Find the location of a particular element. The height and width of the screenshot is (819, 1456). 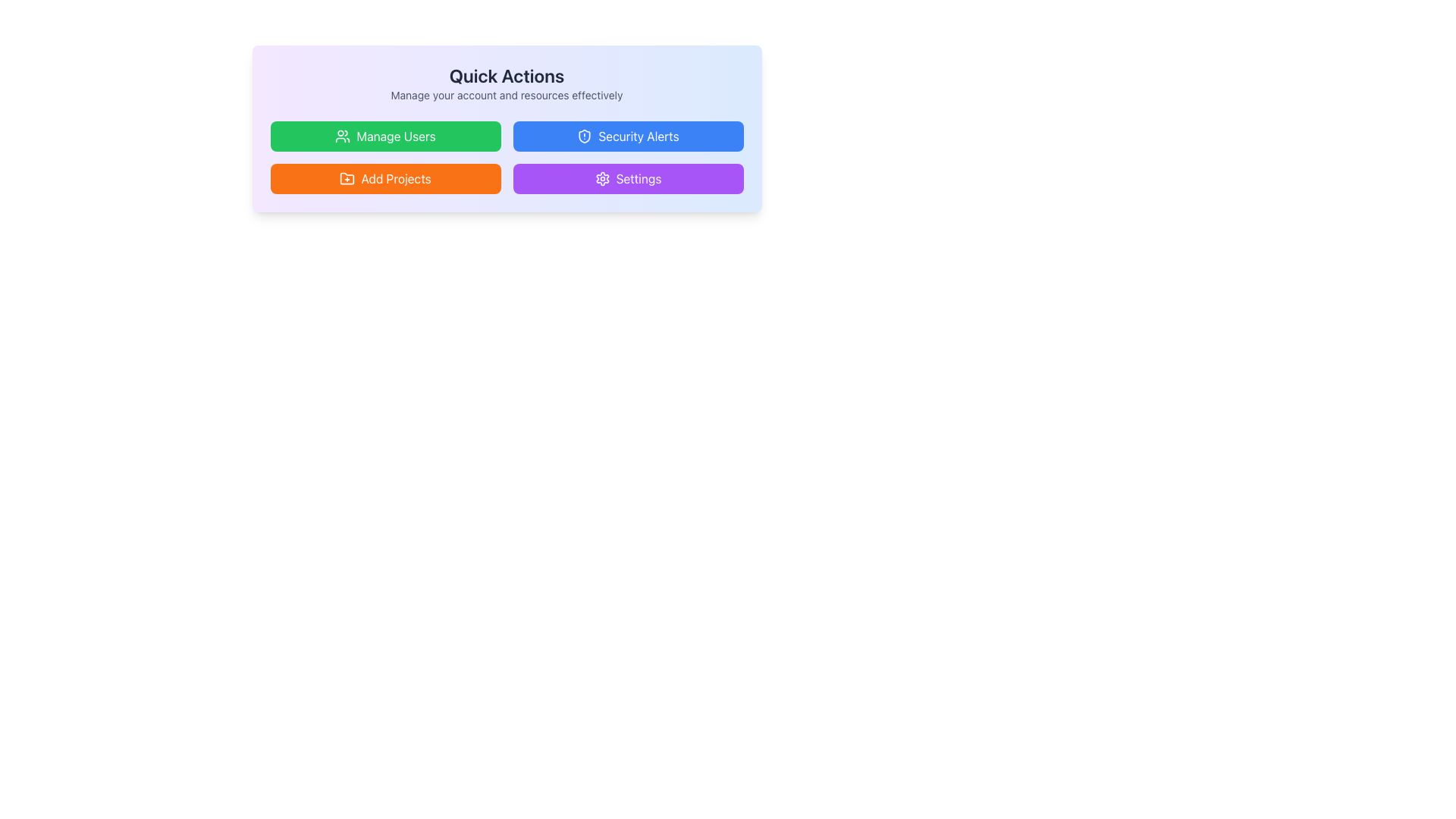

the user management button located at the top-left position in the grid of action buttons is located at coordinates (385, 136).